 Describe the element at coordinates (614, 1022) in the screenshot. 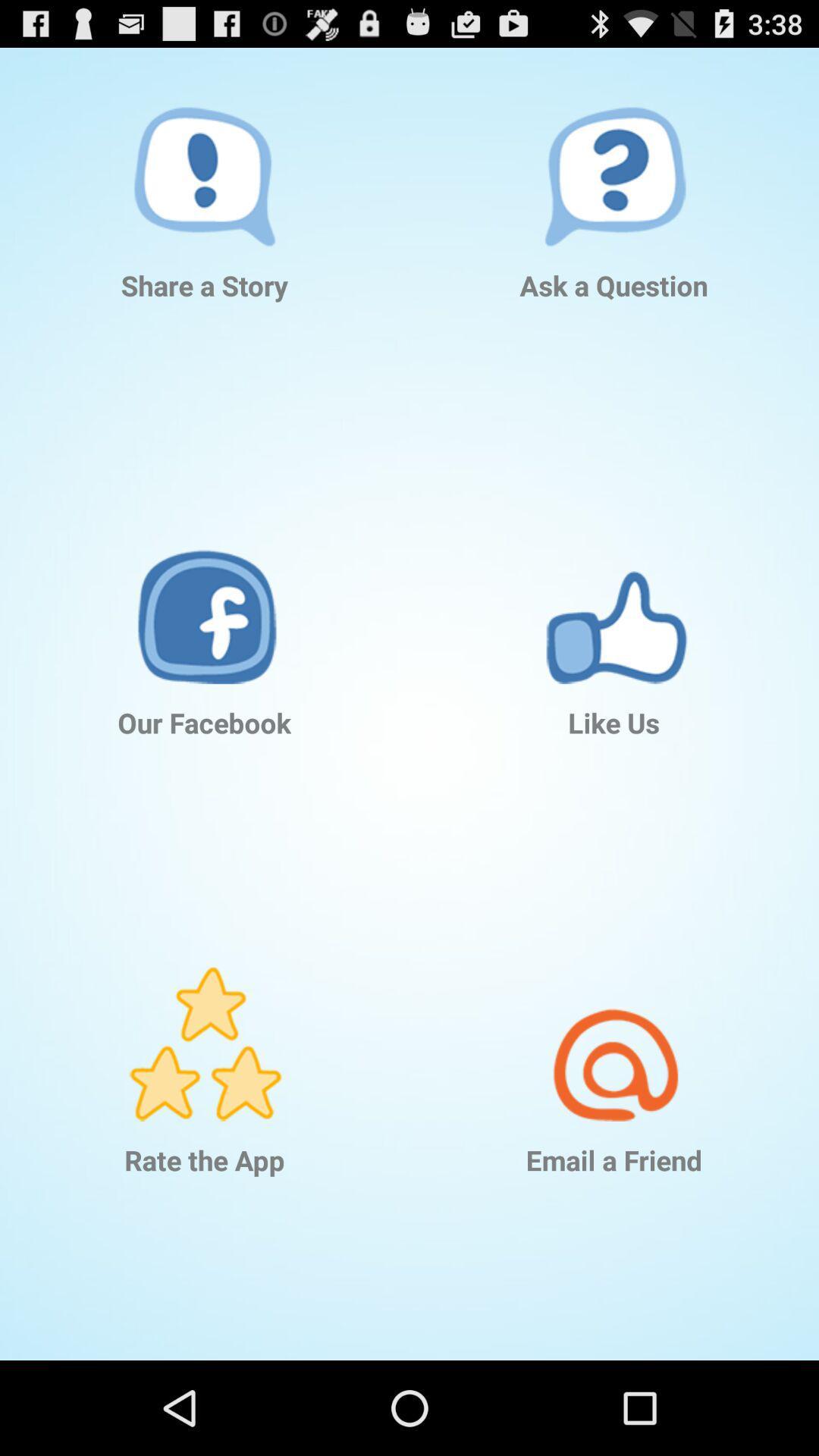

I see `the email icon` at that location.